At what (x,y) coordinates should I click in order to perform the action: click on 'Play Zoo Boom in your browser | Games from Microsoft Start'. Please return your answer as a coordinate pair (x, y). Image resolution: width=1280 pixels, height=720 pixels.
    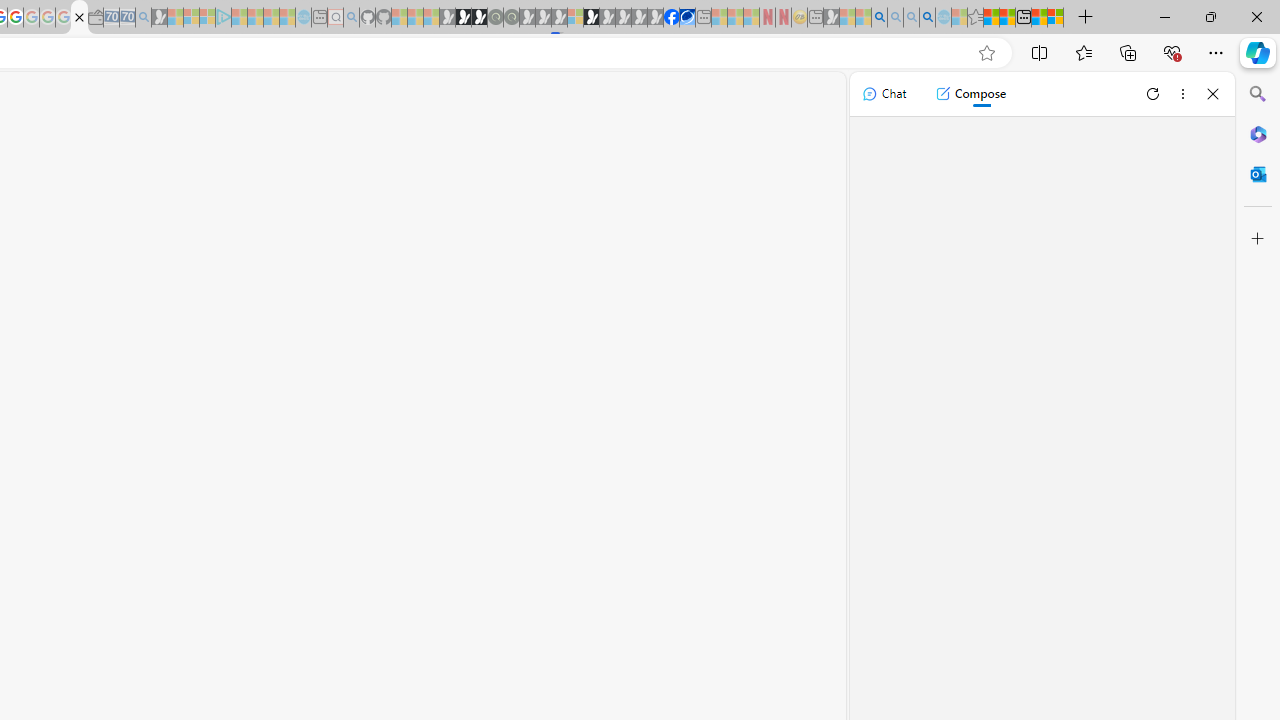
    Looking at the image, I should click on (462, 17).